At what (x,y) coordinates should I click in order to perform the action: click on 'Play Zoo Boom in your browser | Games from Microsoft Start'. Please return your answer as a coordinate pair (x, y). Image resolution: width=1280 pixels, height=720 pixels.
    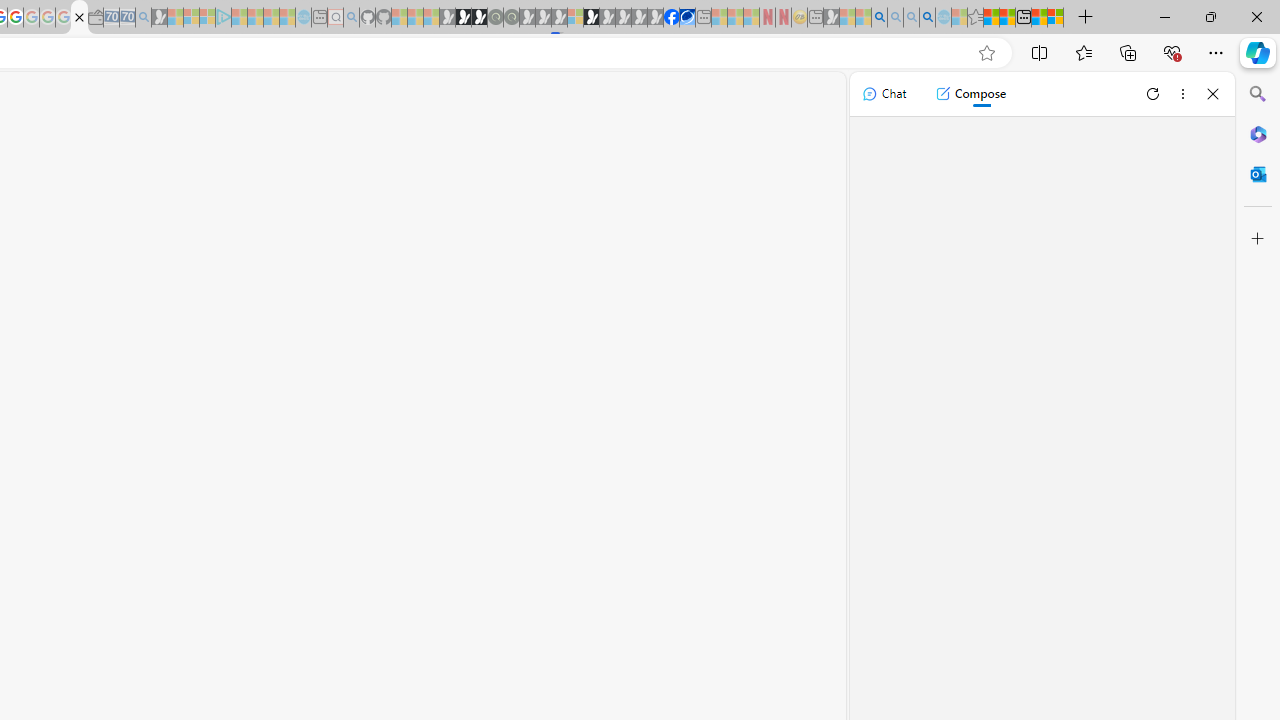
    Looking at the image, I should click on (462, 17).